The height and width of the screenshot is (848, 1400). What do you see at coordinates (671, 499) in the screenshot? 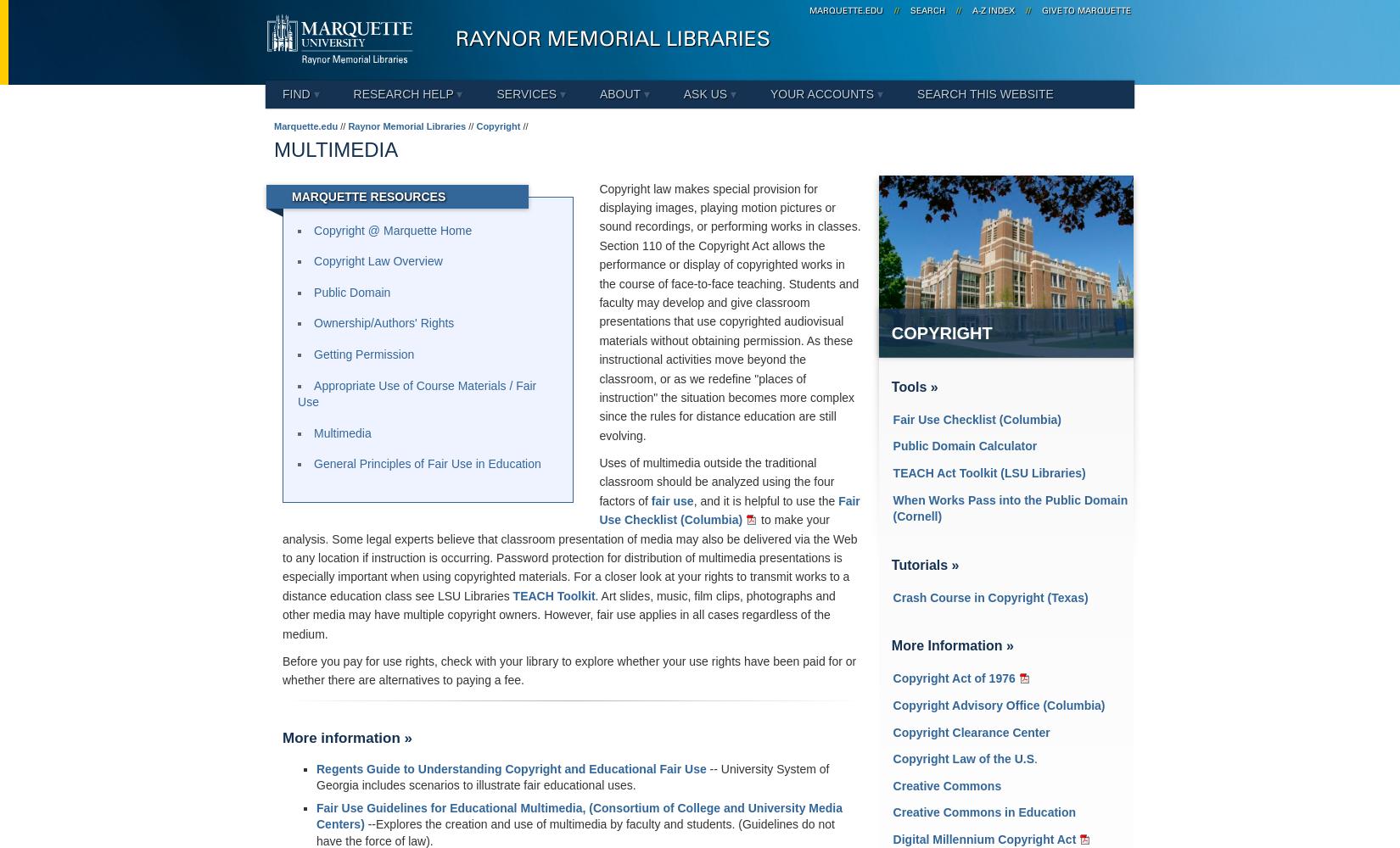
I see `'fair use'` at bounding box center [671, 499].